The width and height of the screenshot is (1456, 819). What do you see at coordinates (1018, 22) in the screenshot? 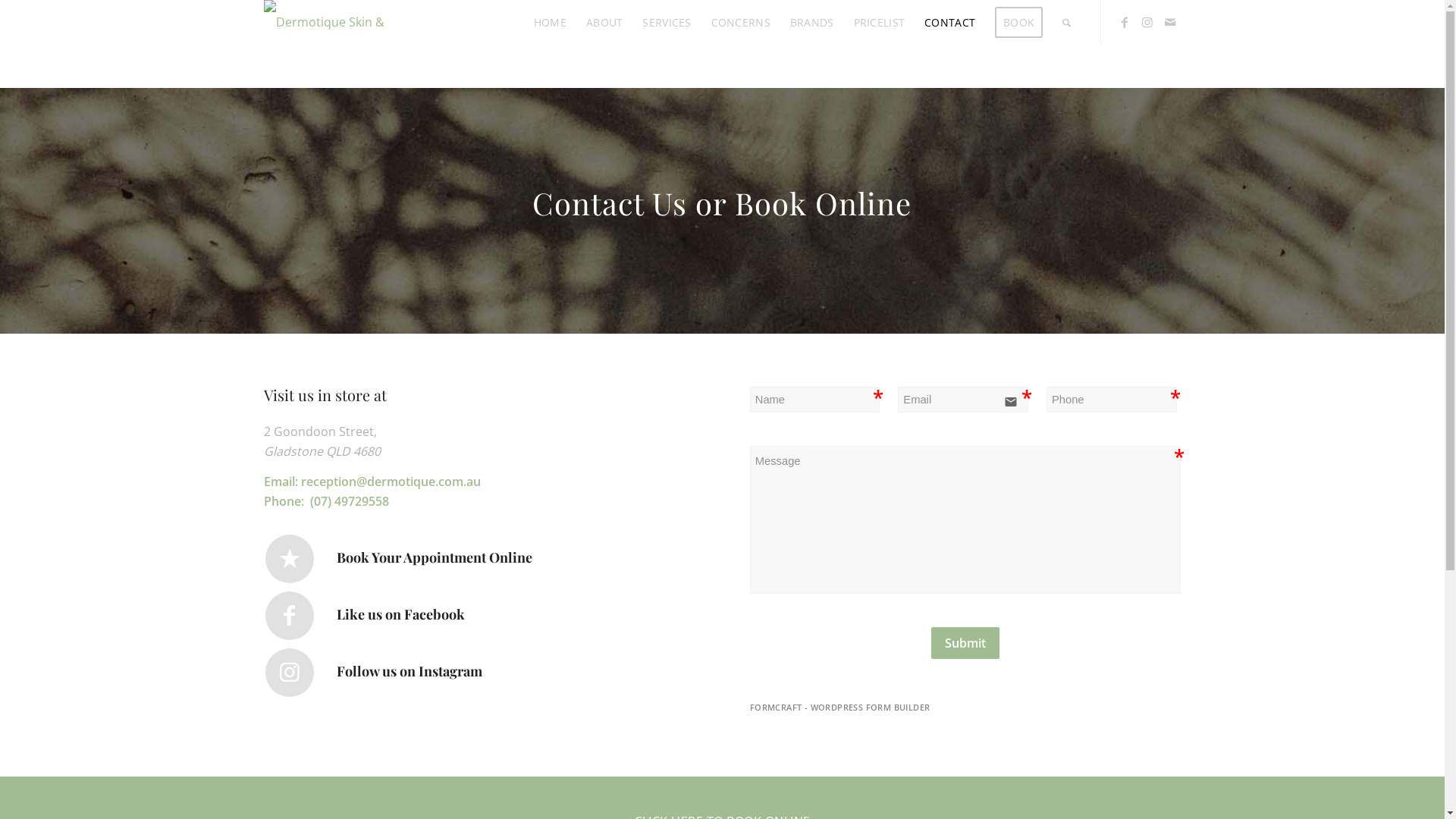
I see `'BOOK'` at bounding box center [1018, 22].